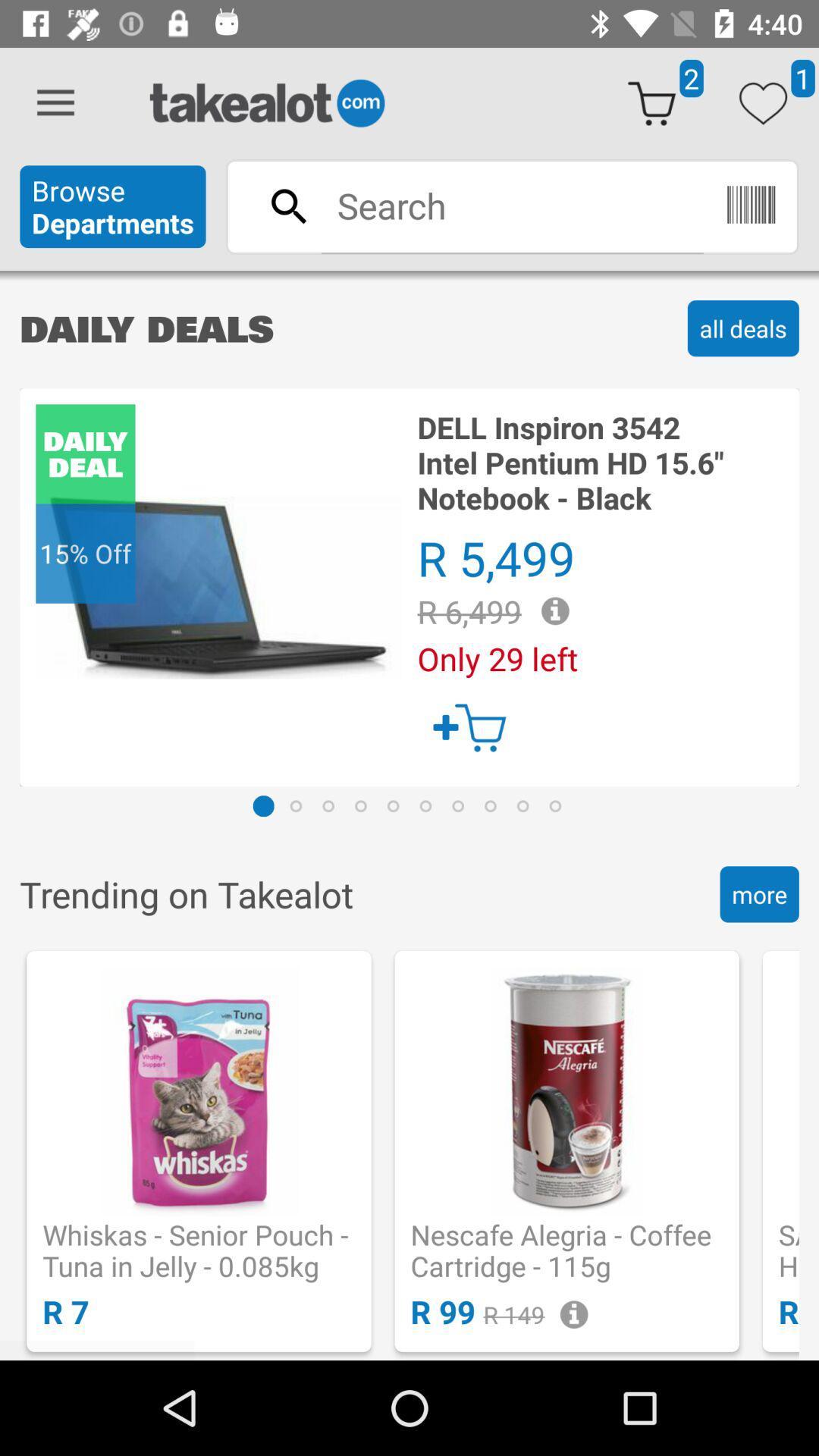  Describe the element at coordinates (512, 205) in the screenshot. I see `search appliances` at that location.